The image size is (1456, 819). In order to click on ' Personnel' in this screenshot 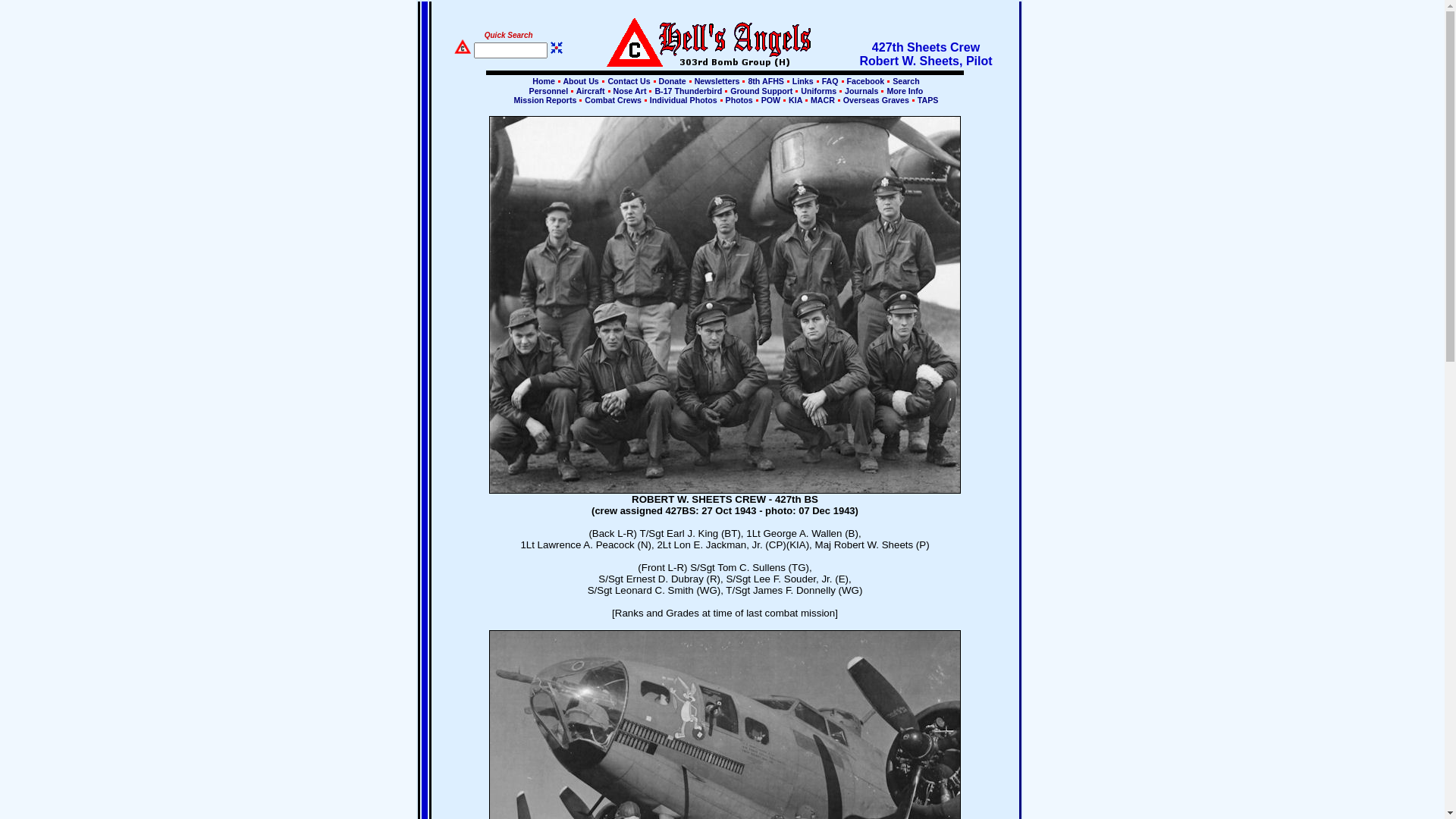, I will do `click(548, 90)`.